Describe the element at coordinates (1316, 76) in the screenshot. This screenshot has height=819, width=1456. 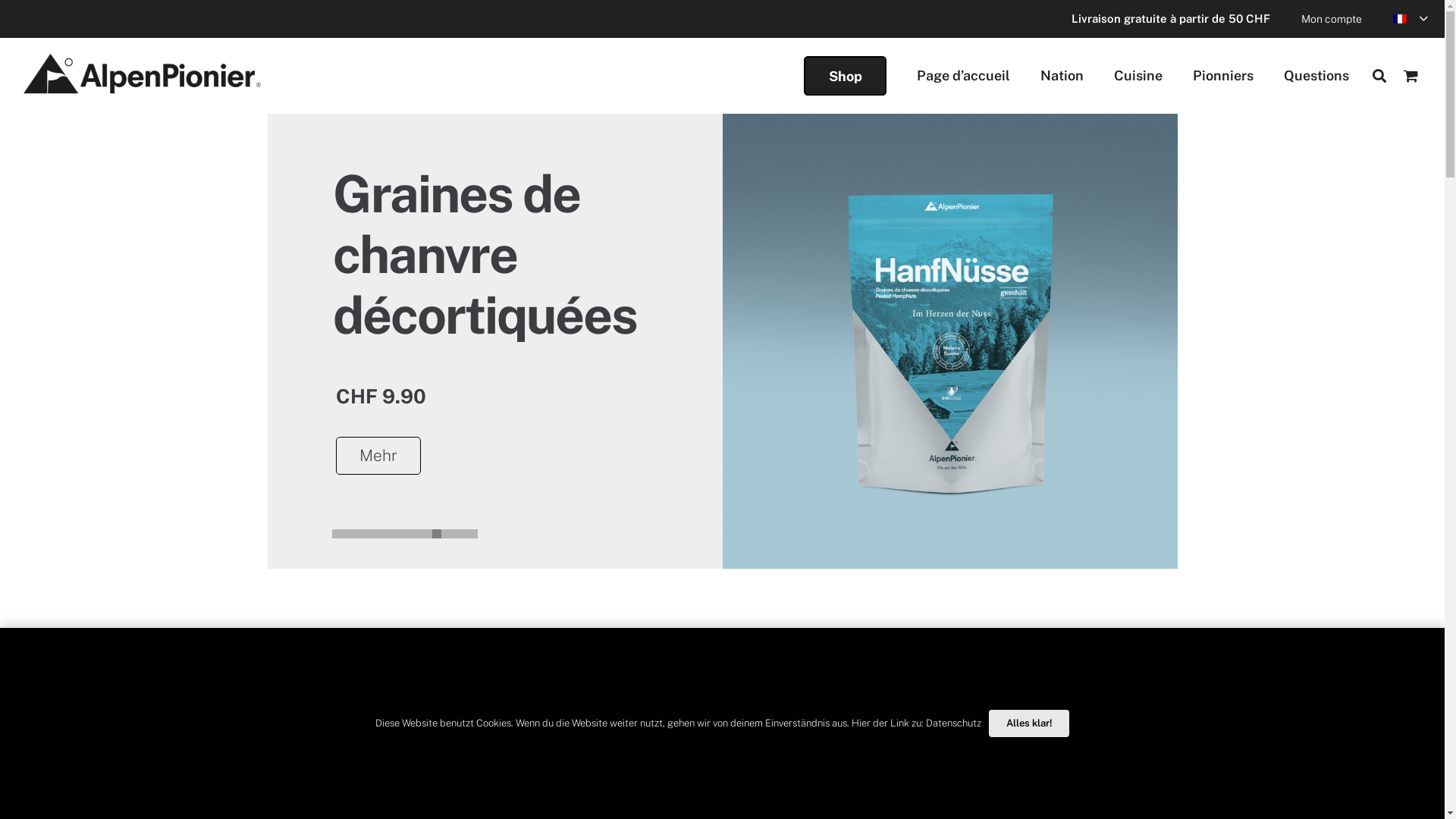
I see `'Questions'` at that location.